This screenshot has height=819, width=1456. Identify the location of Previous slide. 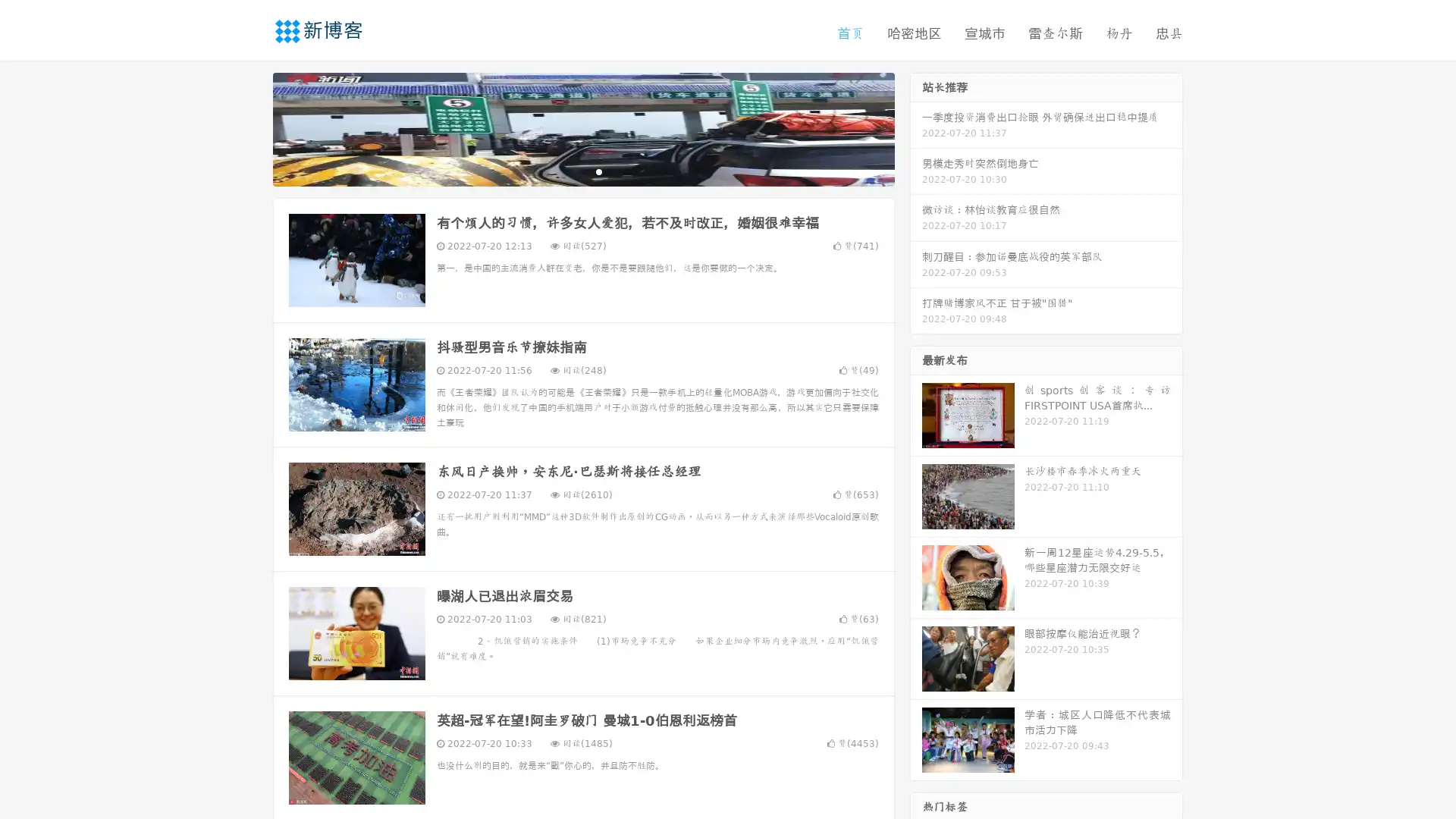
(250, 127).